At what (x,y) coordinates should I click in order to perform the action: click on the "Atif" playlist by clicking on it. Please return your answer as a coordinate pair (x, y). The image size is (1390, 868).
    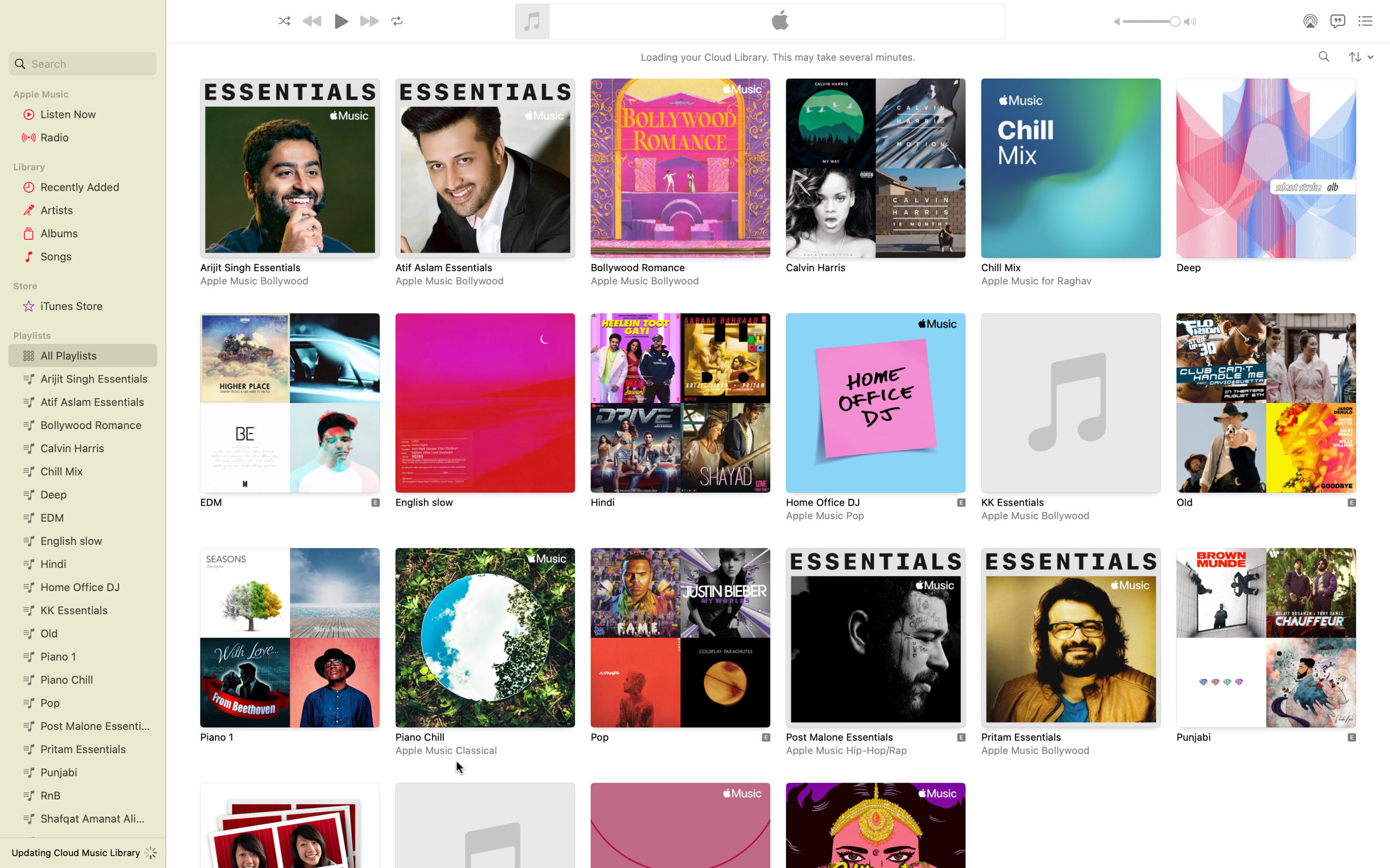
    Looking at the image, I should click on (484, 184).